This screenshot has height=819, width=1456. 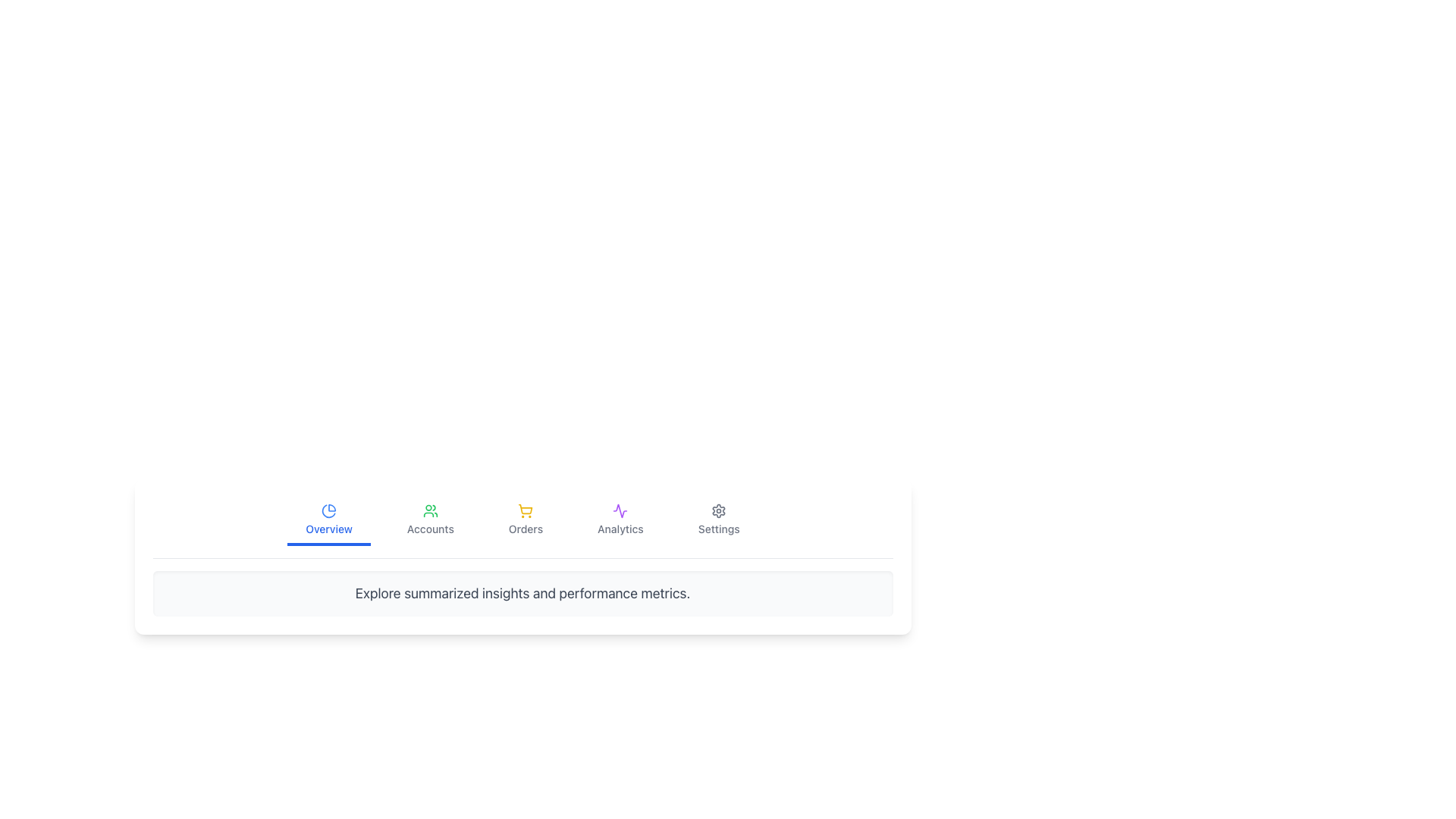 What do you see at coordinates (526, 520) in the screenshot?
I see `the 'Orders' navigation button, which is the third item in the bottom center horizontal menu, positioned between 'Accounts' and 'Analytics'` at bounding box center [526, 520].